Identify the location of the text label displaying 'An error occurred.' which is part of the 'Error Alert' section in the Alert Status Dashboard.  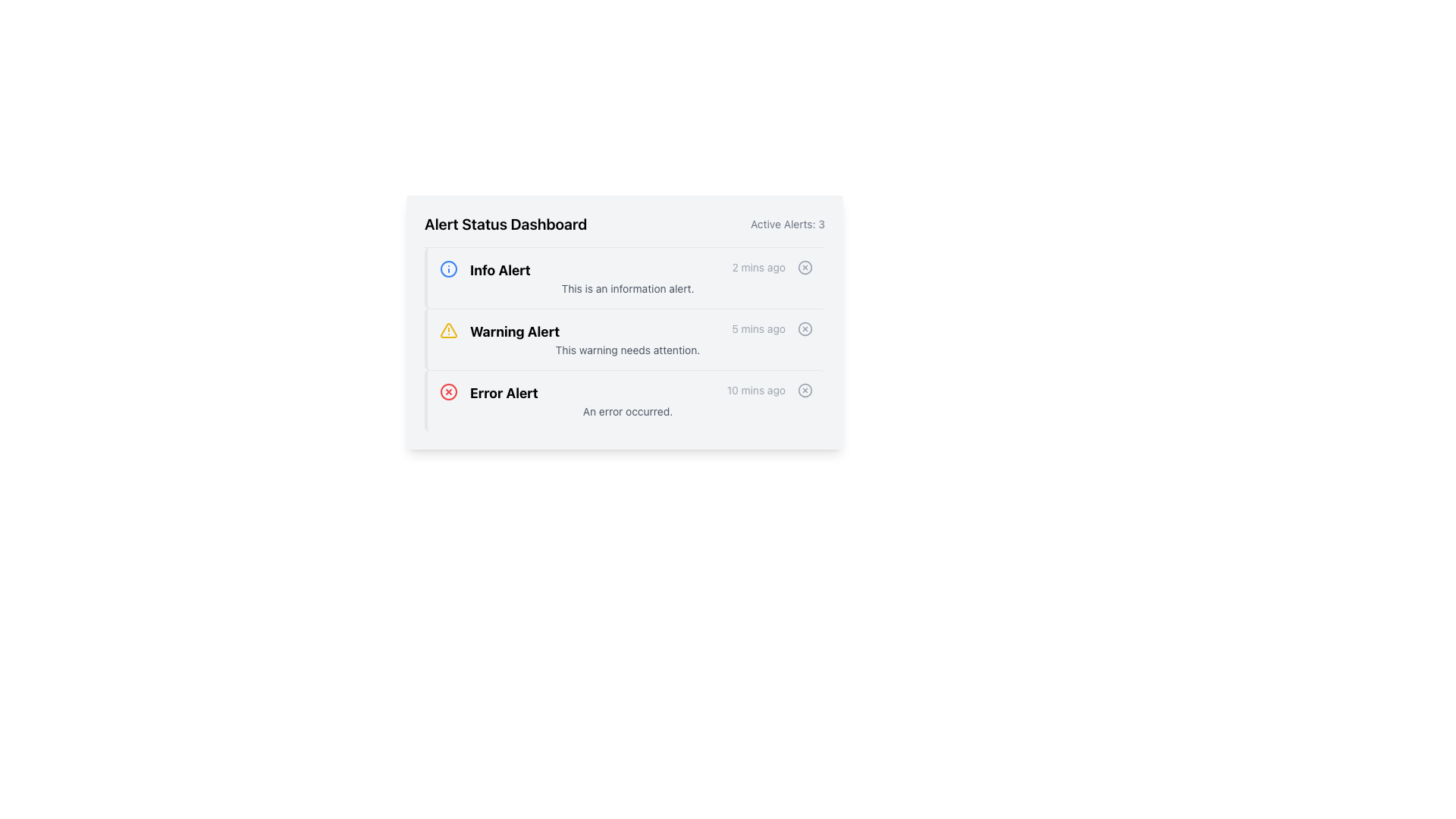
(628, 412).